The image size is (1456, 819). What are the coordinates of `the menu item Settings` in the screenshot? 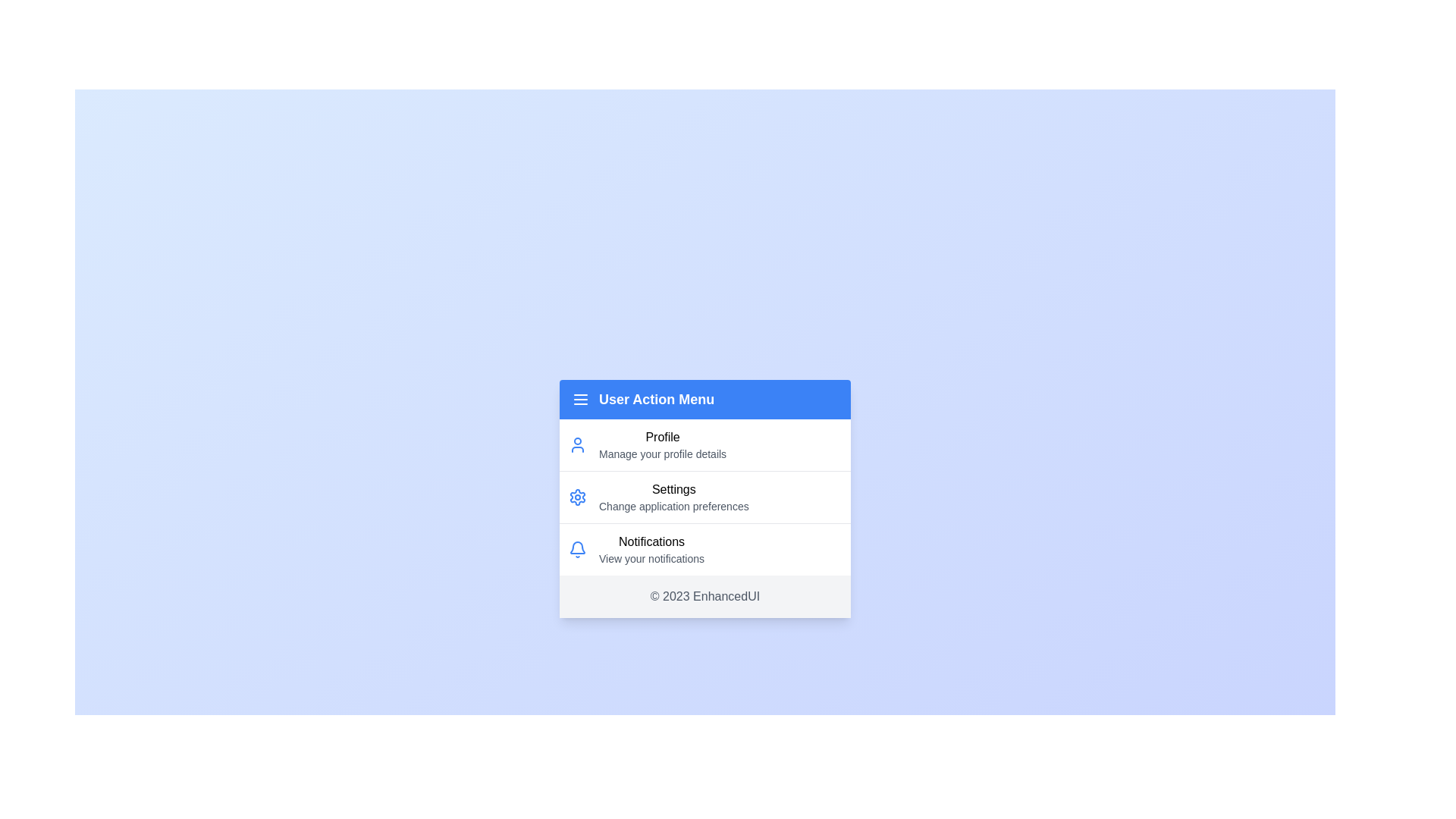 It's located at (704, 497).